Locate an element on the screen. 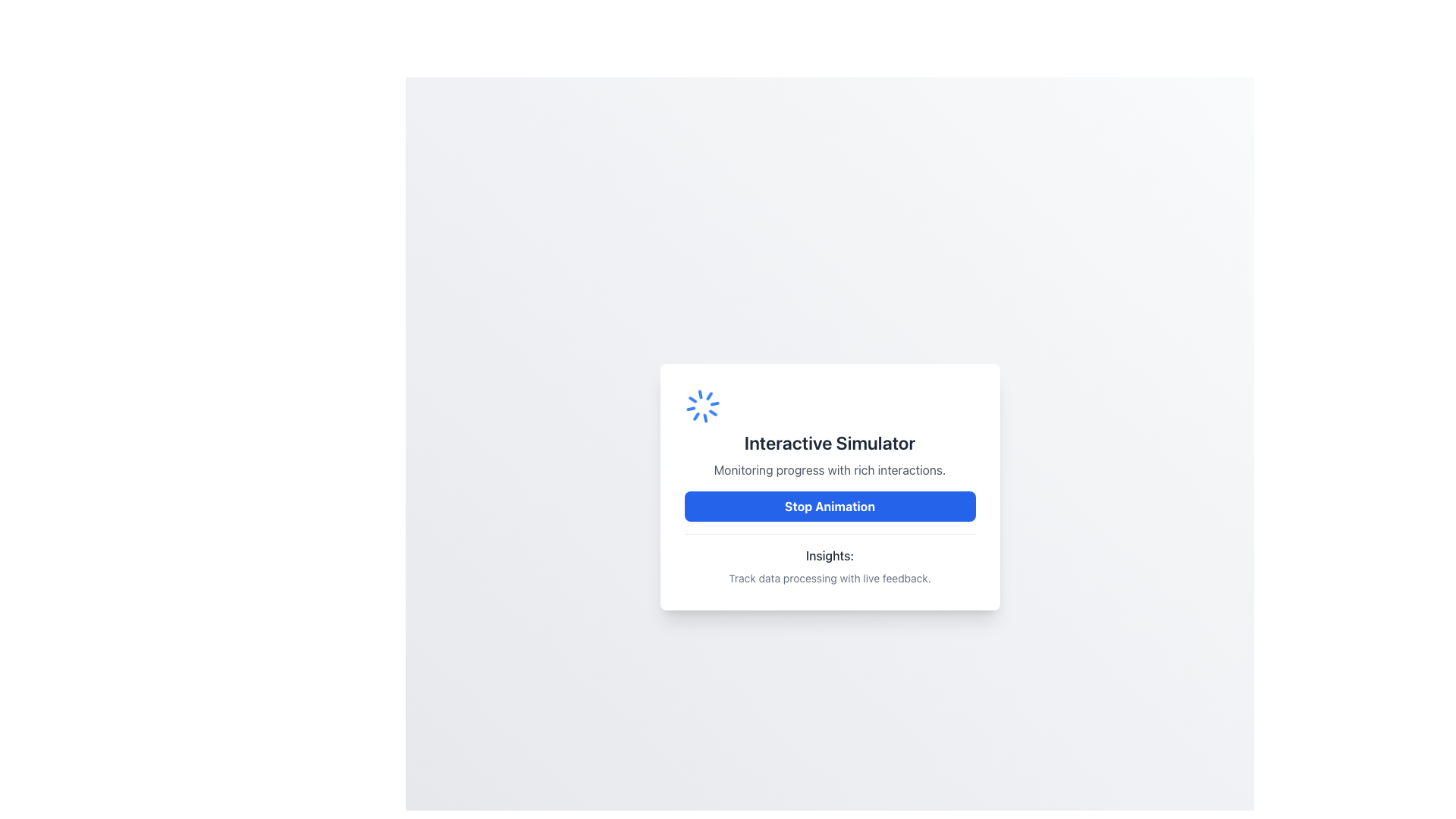 This screenshot has width=1456, height=819. the Text Block that provides information about tracking data processing, located within a white card below the 'Stop Animation' button is located at coordinates (829, 559).